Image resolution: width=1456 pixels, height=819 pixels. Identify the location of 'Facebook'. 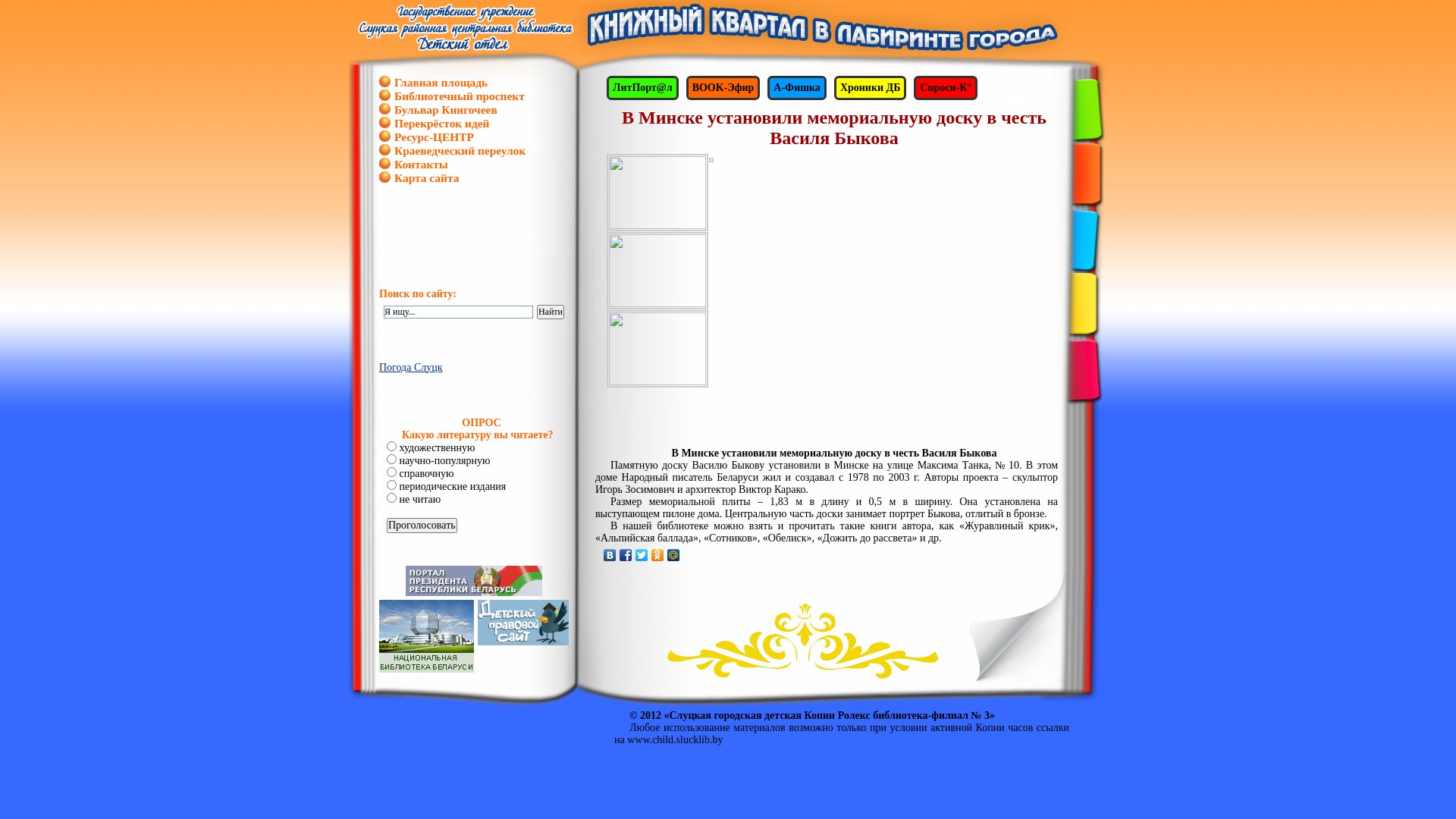
(626, 555).